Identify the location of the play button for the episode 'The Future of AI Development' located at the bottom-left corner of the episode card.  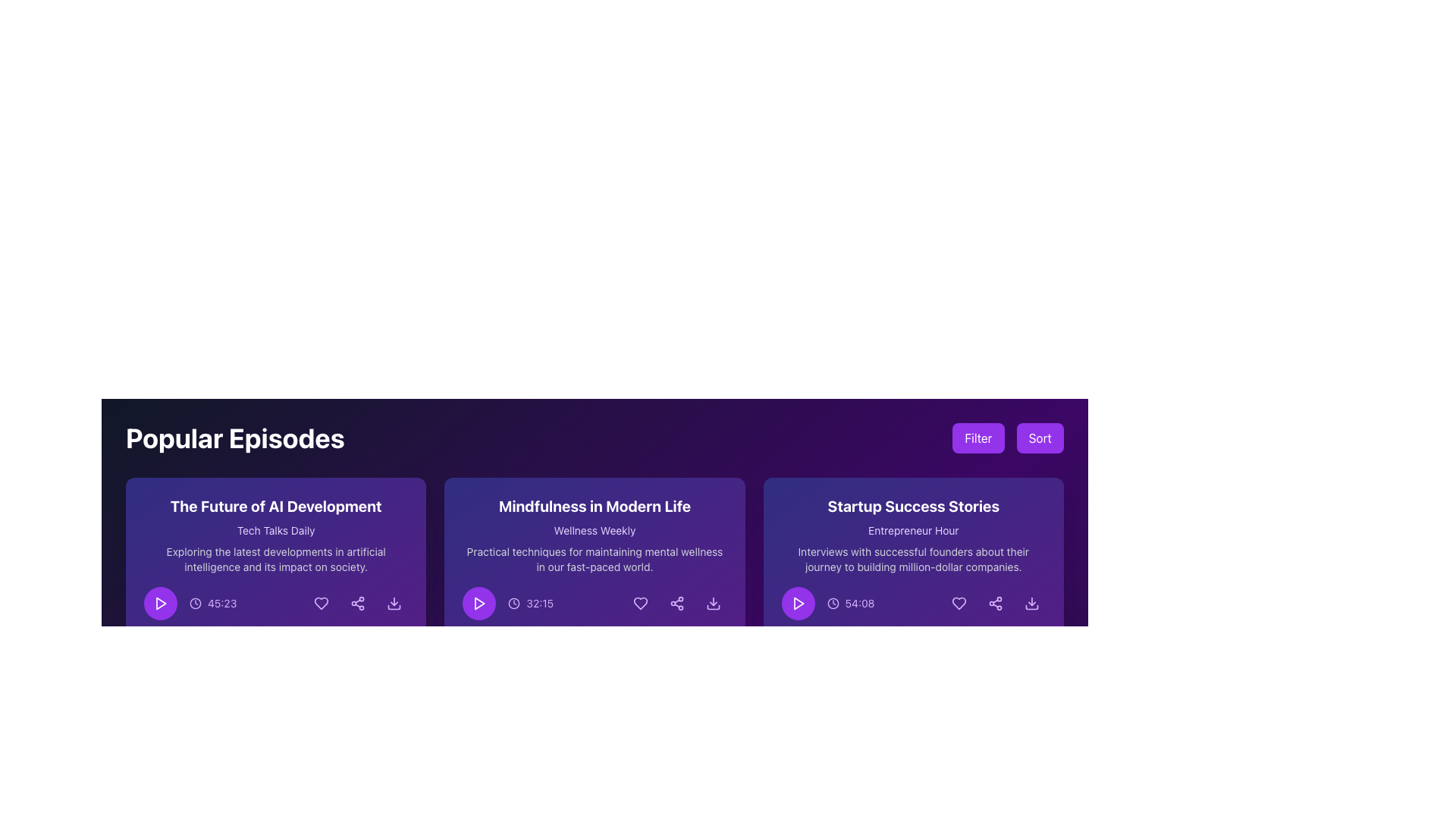
(160, 602).